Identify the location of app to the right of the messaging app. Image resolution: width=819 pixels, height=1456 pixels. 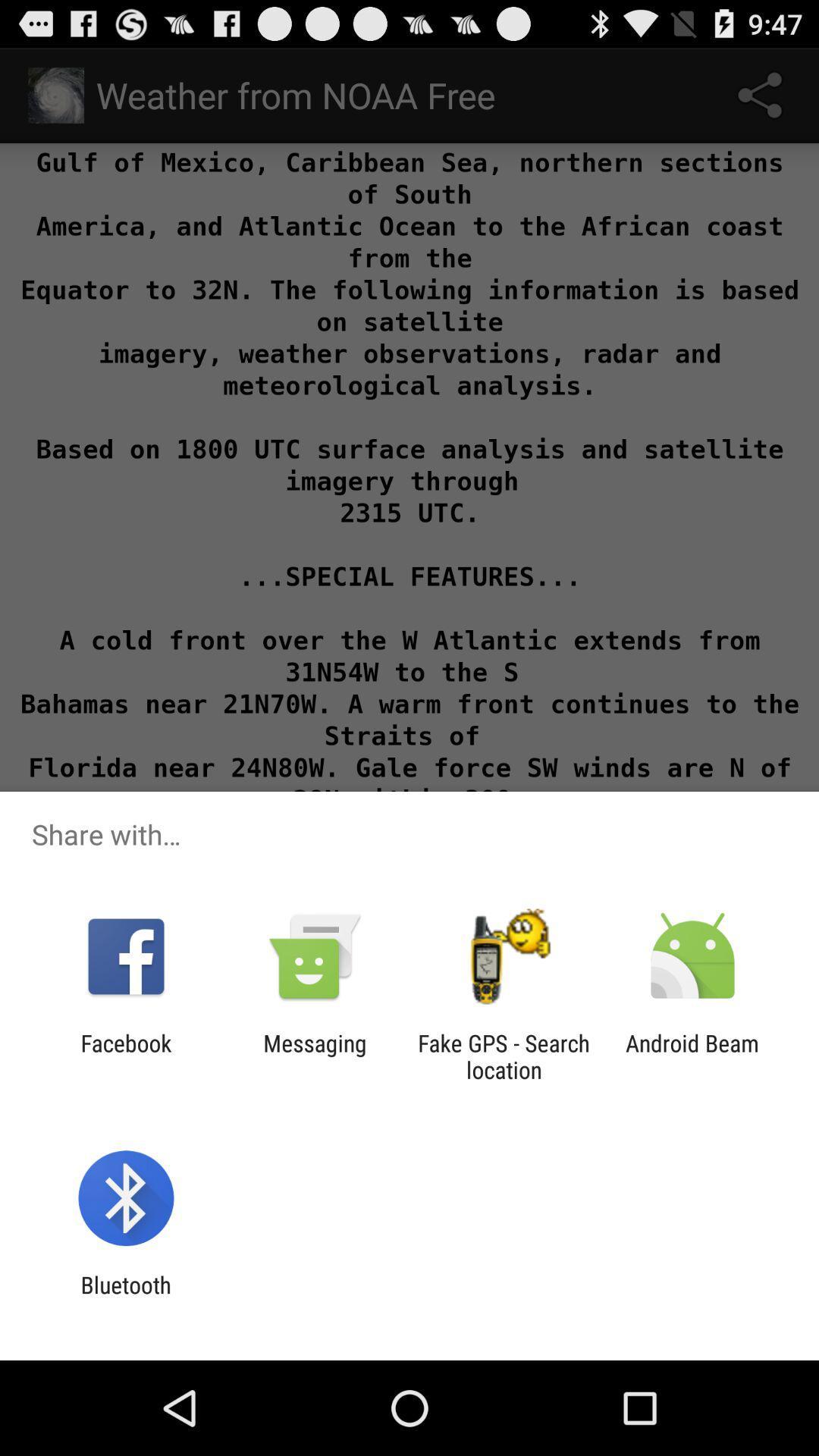
(504, 1056).